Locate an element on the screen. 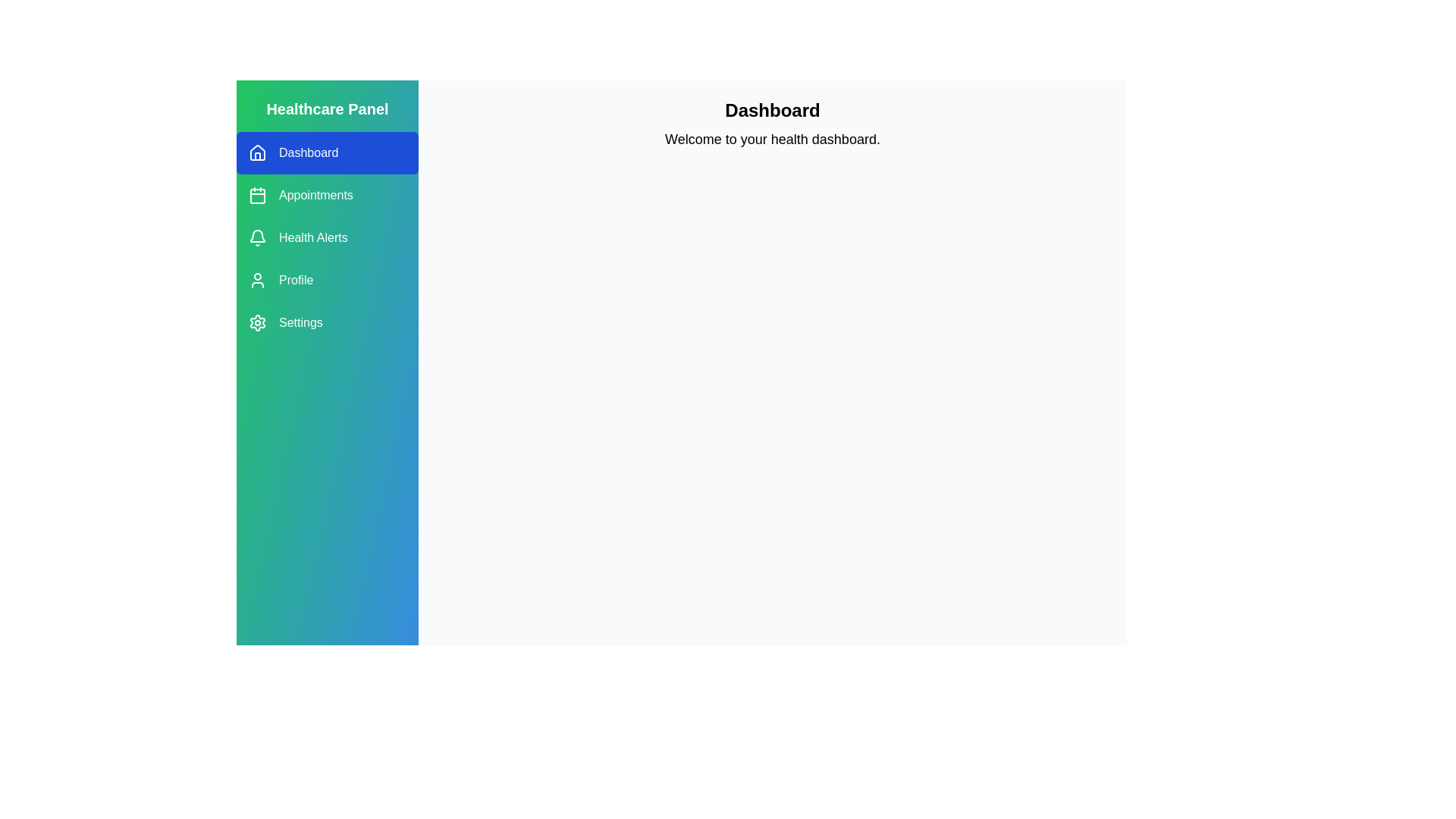 This screenshot has height=819, width=1456. the informative greeting message Text Label located below the 'Dashboard' title on the health dashboard is located at coordinates (772, 140).